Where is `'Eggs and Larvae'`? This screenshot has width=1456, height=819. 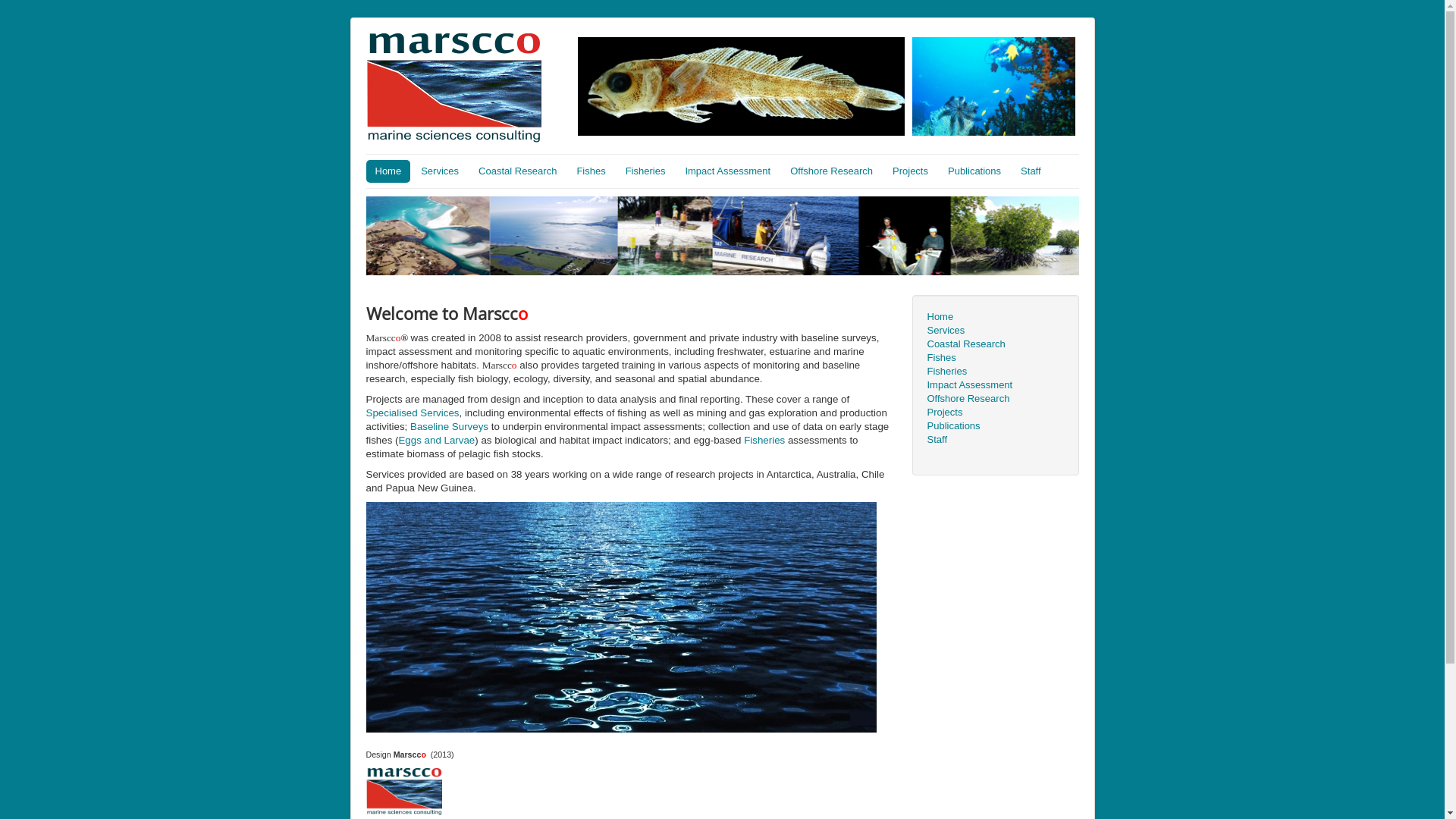
'Eggs and Larvae' is located at coordinates (397, 440).